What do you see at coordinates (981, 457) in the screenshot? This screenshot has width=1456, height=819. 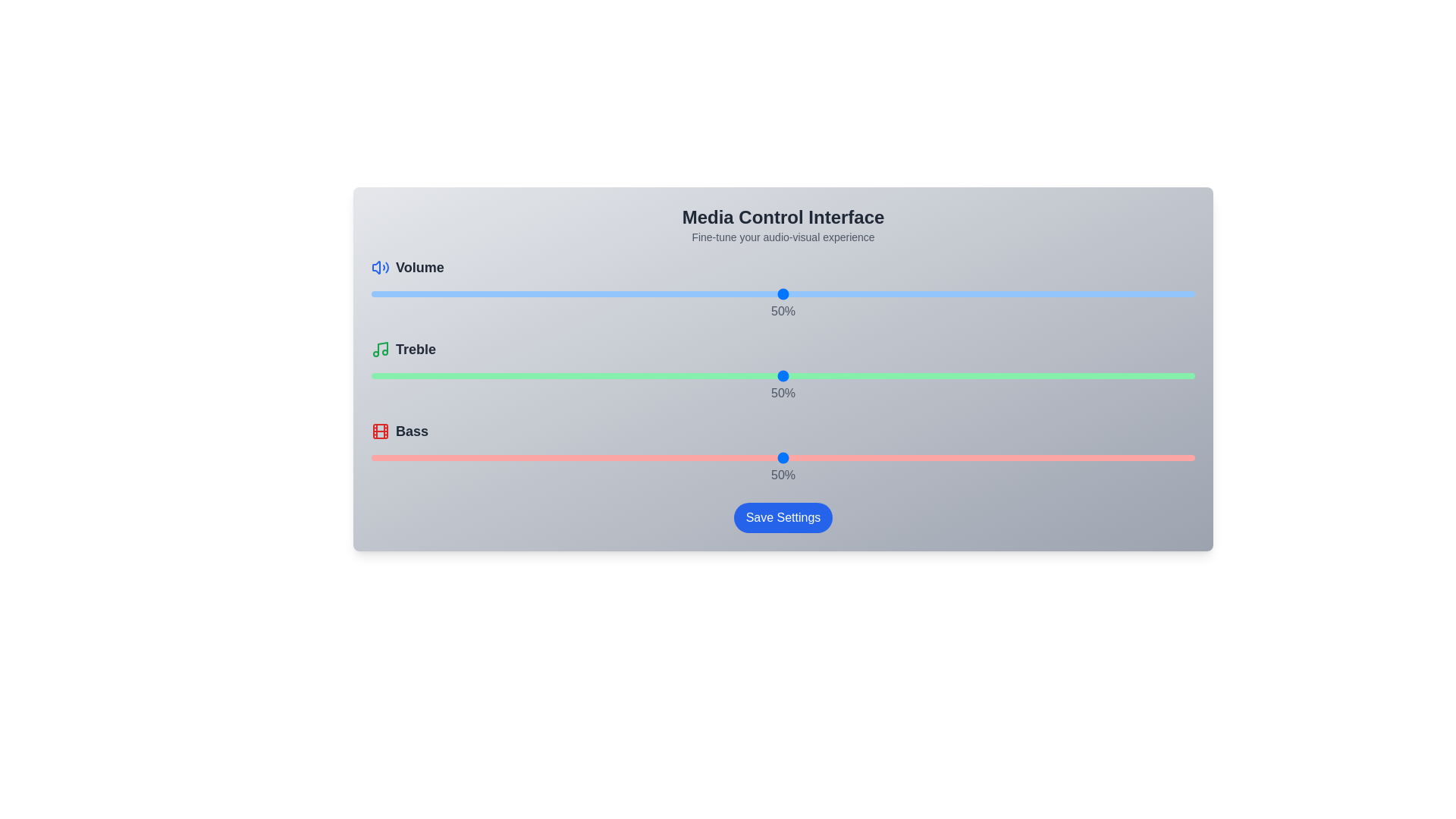 I see `the bass level` at bounding box center [981, 457].